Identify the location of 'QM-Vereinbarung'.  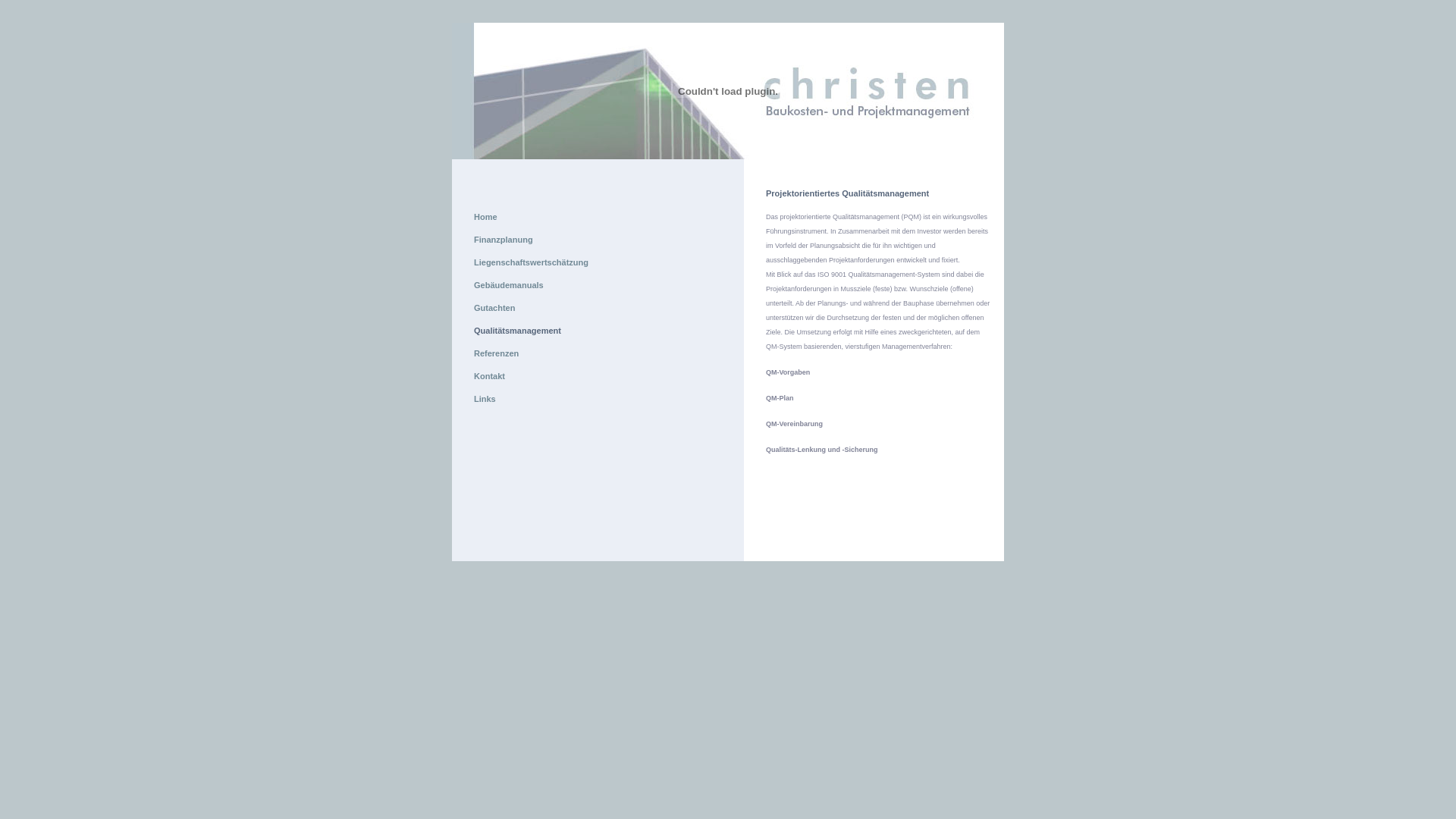
(793, 424).